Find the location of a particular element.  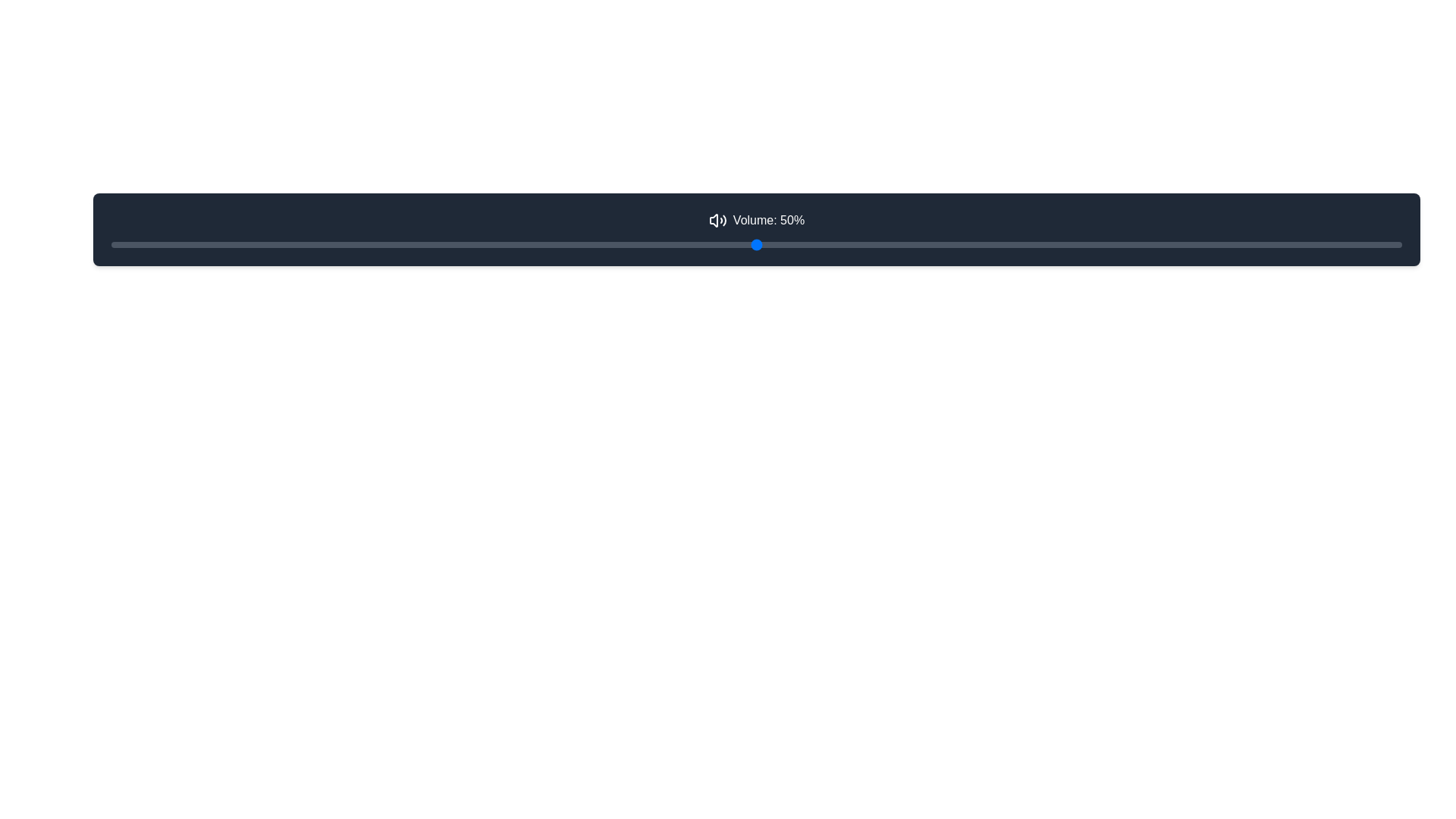

text label that displays the current volume level of 50%, positioned to the right of the sound icon in the dark horizontal bar at the top of the layout is located at coordinates (768, 220).